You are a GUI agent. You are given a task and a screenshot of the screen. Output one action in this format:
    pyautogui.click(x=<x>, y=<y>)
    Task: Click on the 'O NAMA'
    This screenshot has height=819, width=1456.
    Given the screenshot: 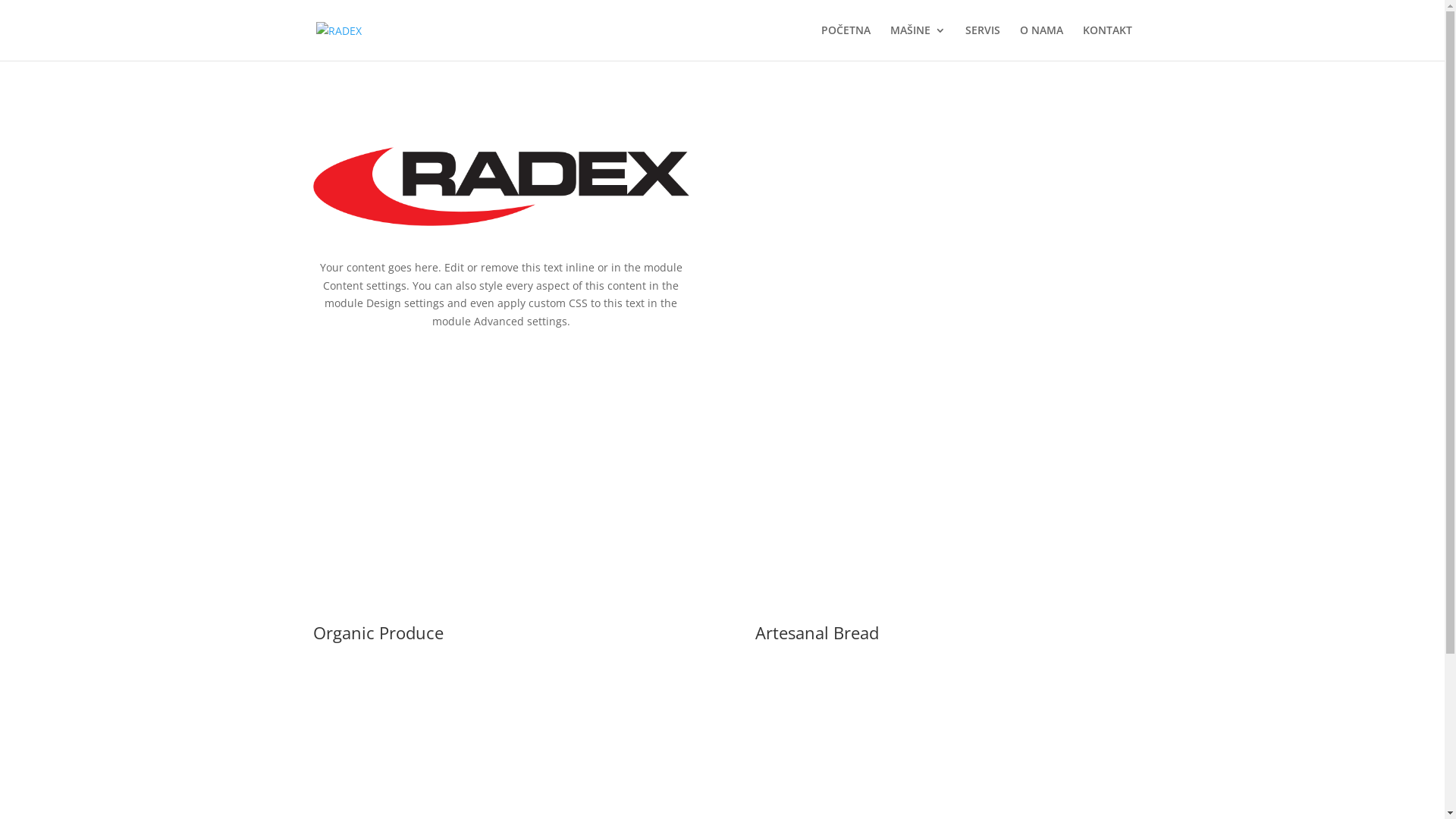 What is the action you would take?
    pyautogui.click(x=1040, y=42)
    